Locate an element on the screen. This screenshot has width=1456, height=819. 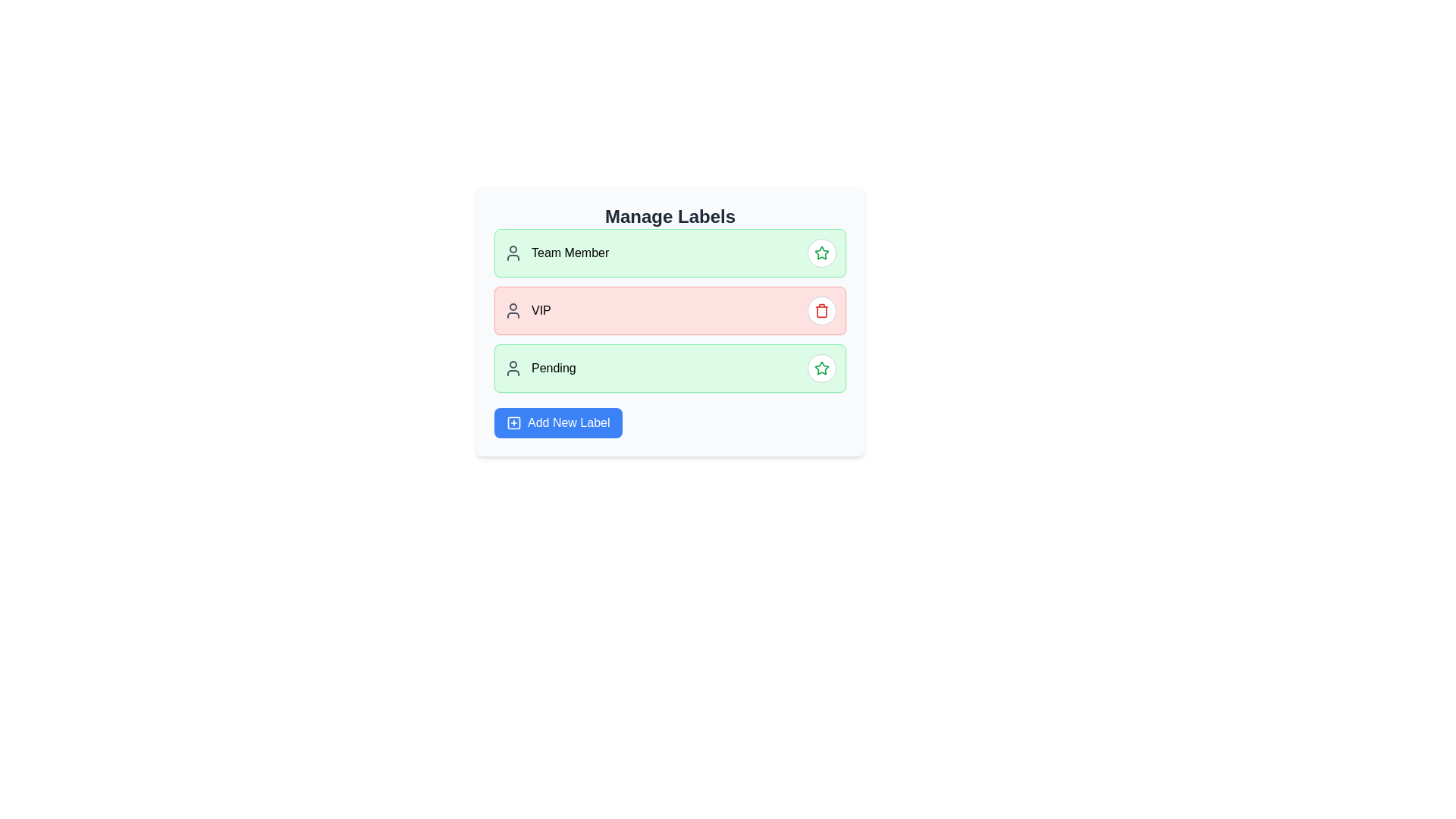
the 'Pending' status text element located in the 'Manage Labels' section, which is aligned to the left before the star icon is located at coordinates (540, 369).